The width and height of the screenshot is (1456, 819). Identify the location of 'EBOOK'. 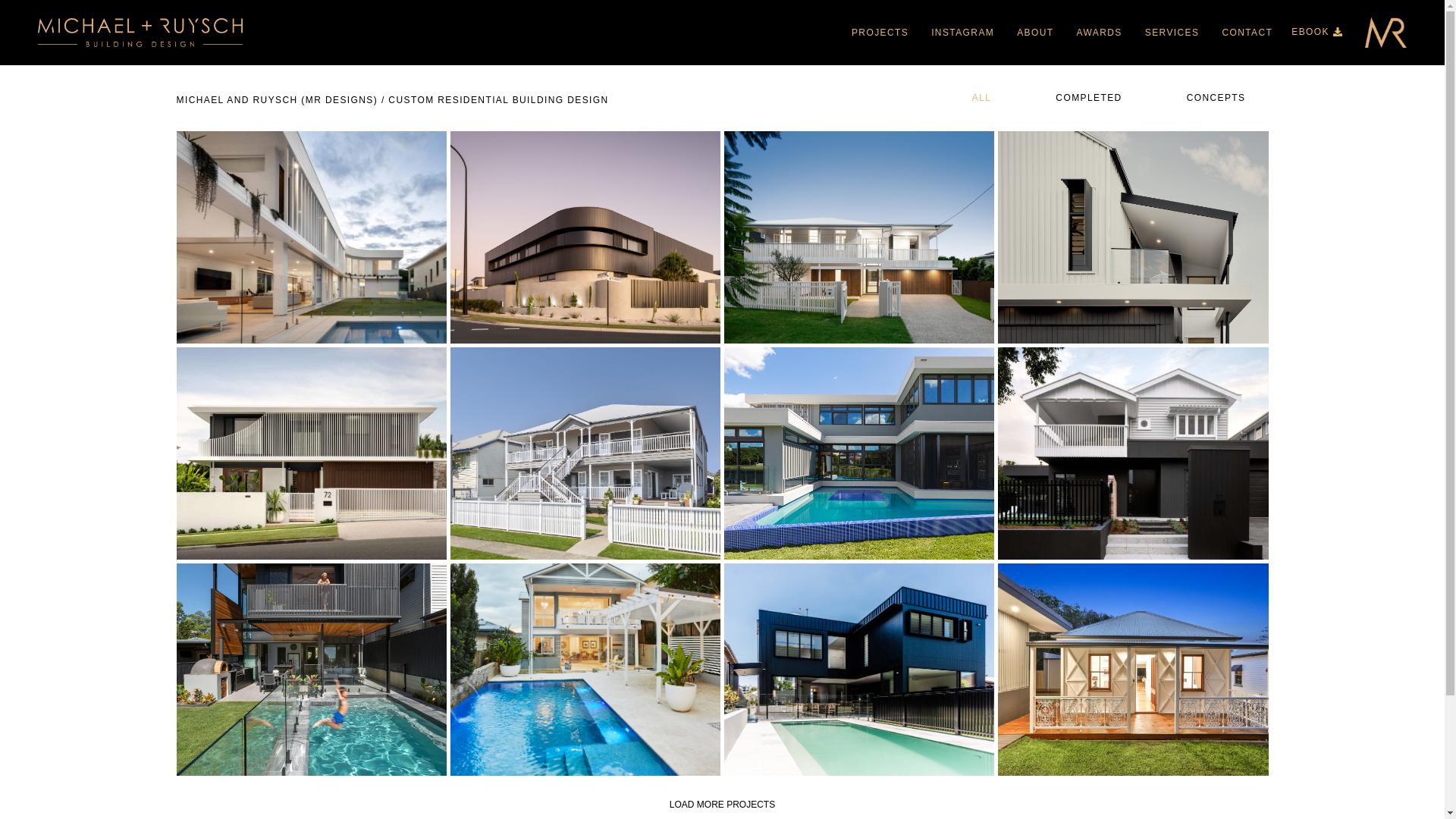
(1291, 32).